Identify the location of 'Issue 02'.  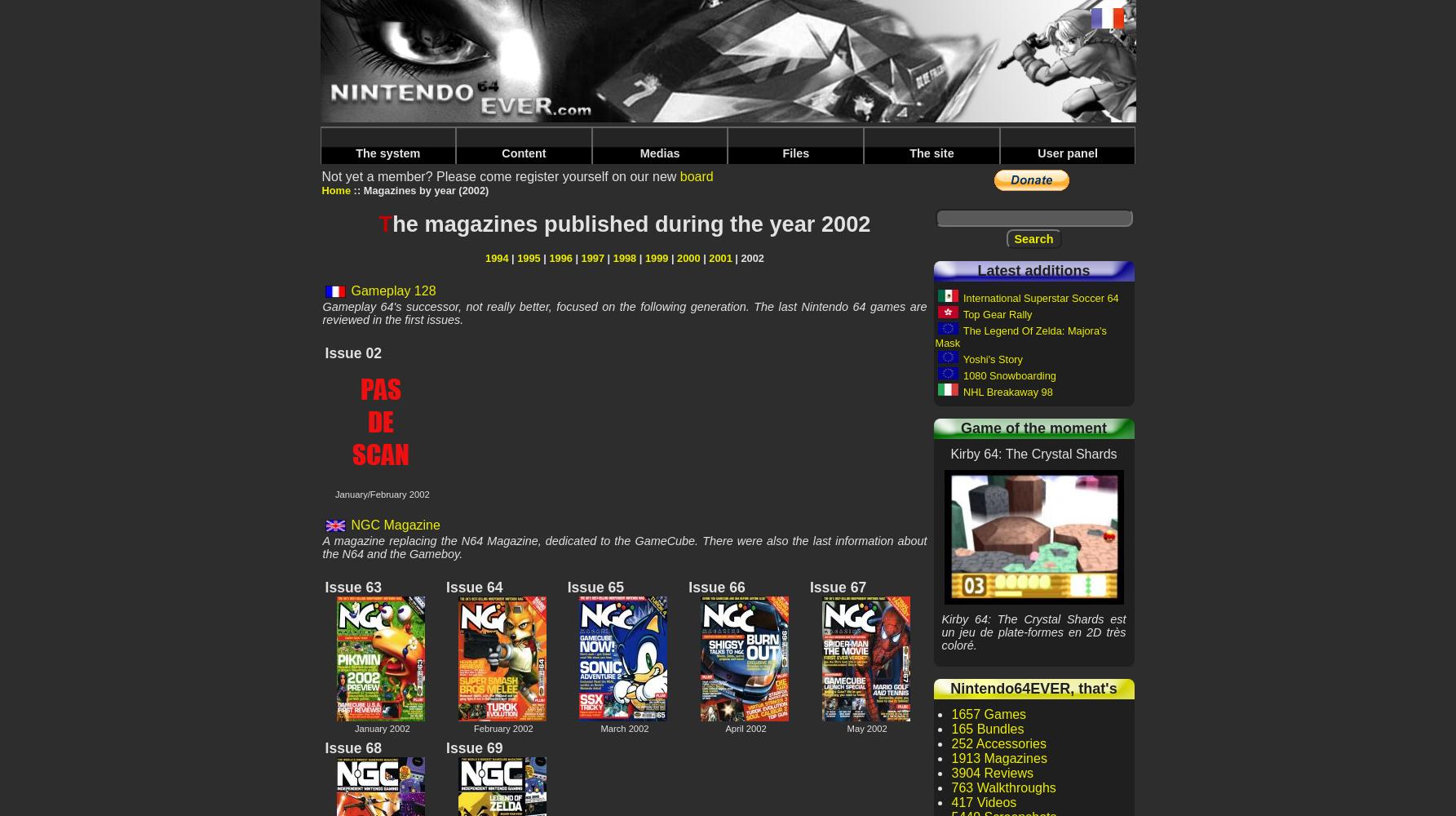
(352, 353).